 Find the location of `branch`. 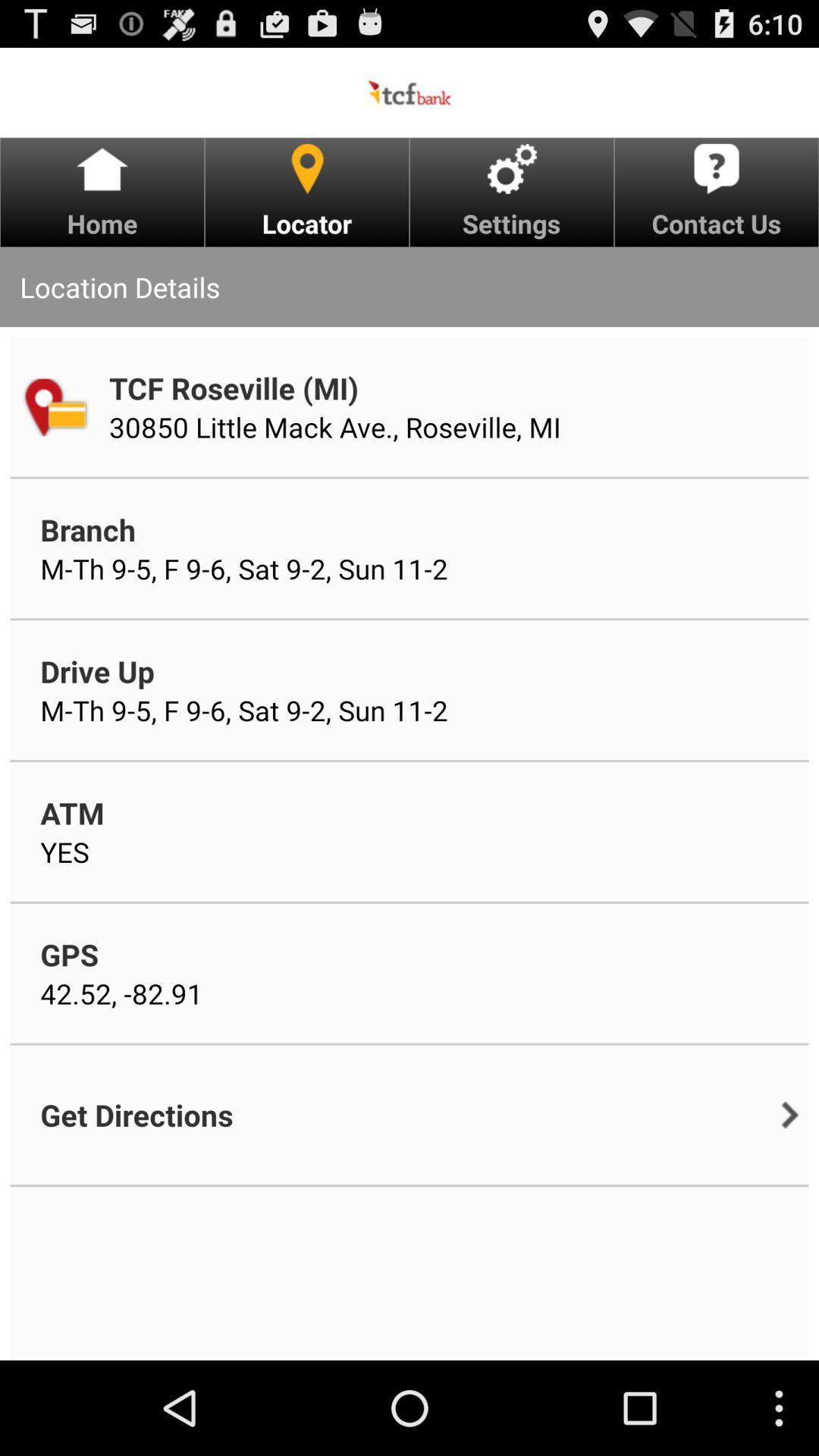

branch is located at coordinates (88, 529).